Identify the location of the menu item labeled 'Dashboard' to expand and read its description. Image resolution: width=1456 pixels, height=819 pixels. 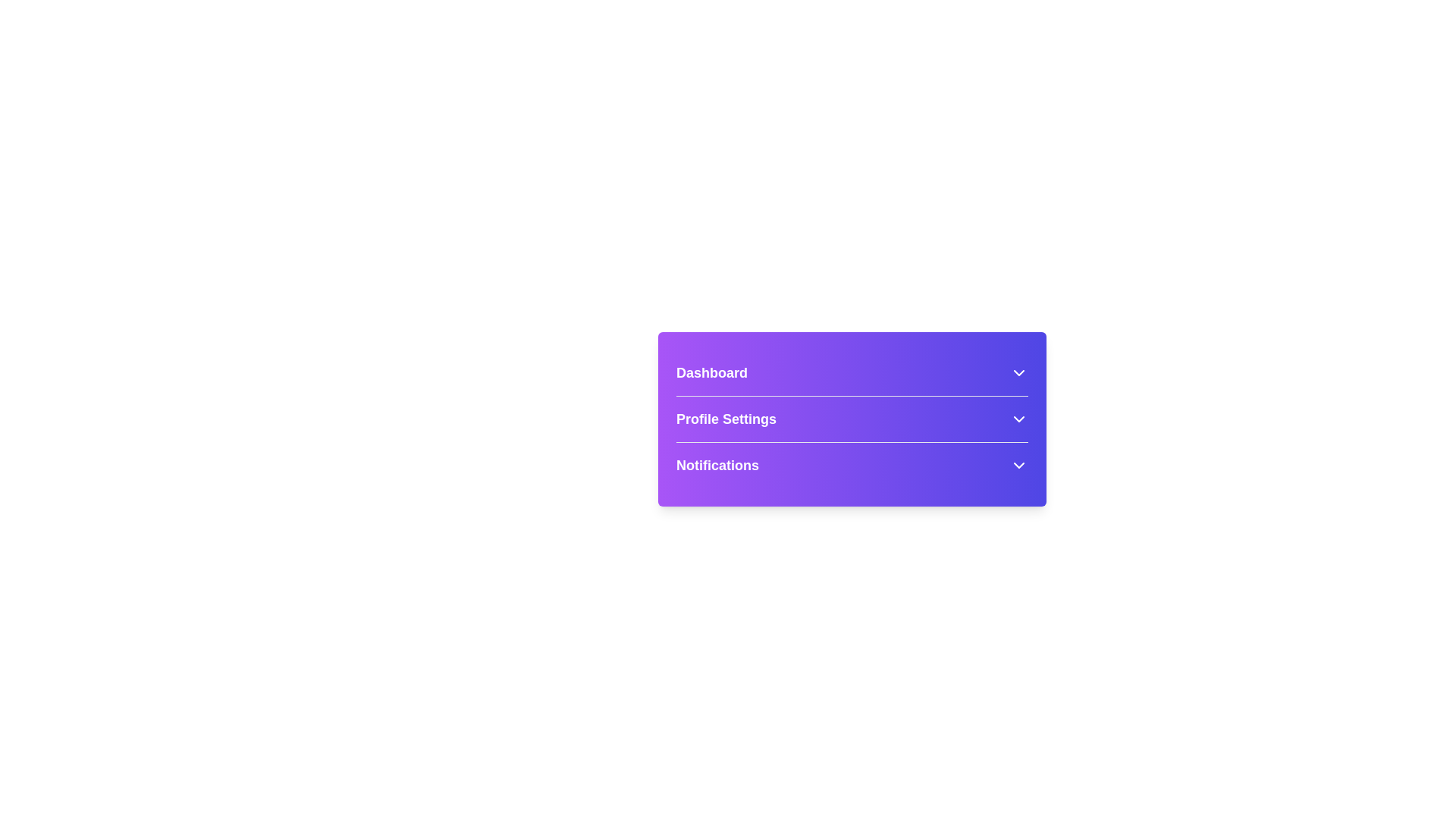
(852, 373).